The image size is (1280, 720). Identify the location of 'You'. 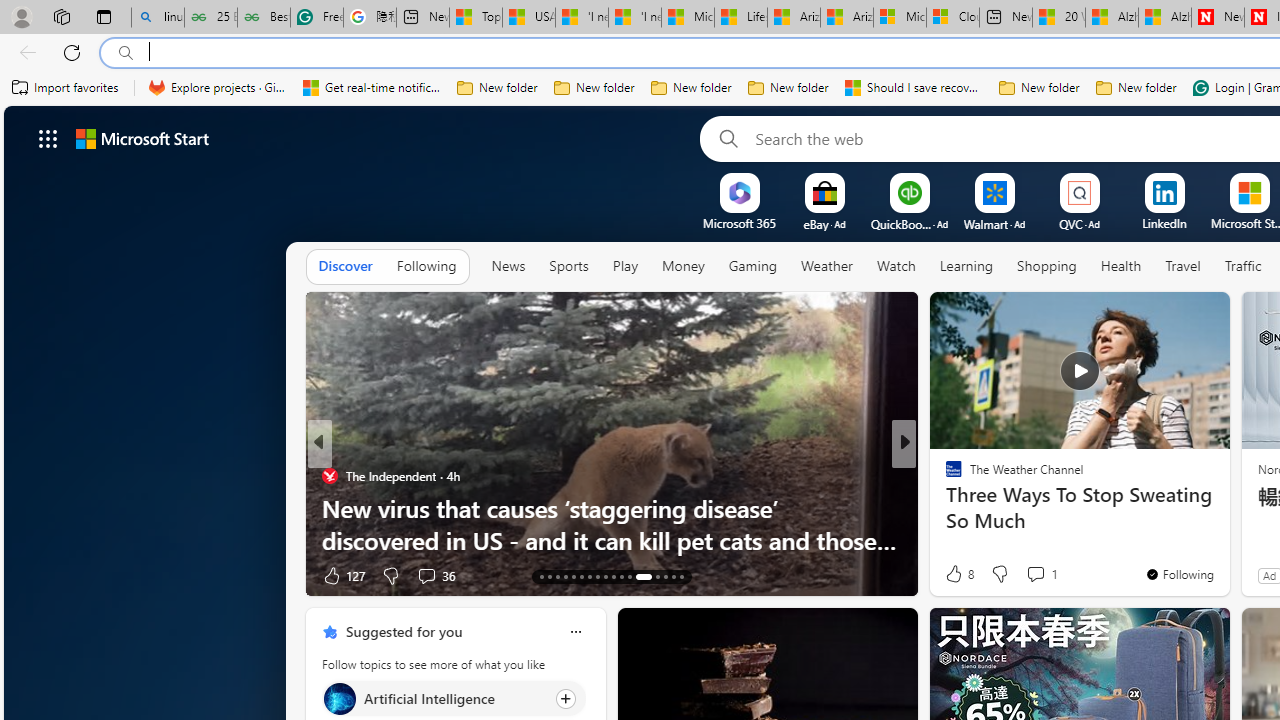
(1179, 573).